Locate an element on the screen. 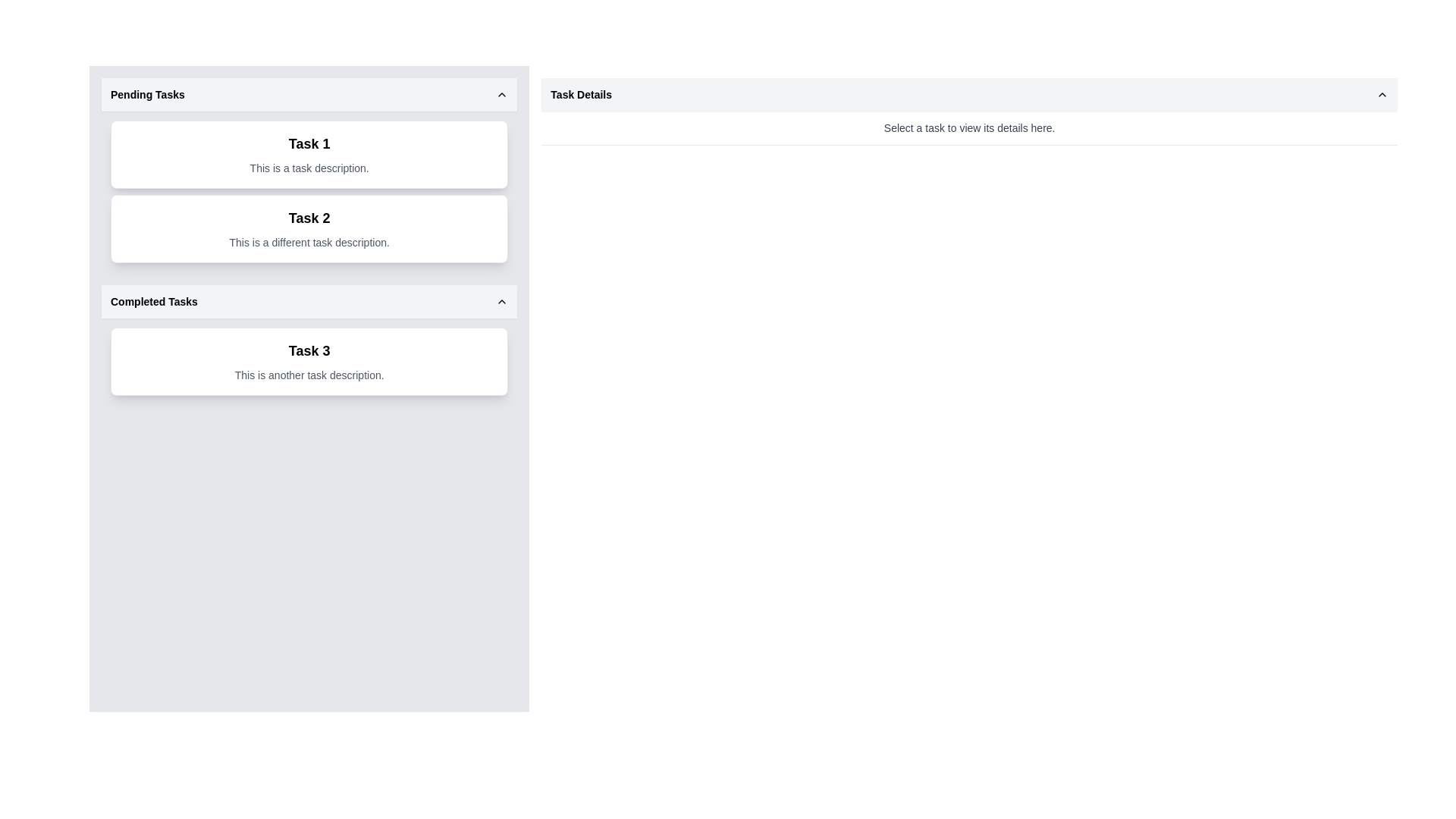 This screenshot has height=819, width=1456. the bold text label displaying 'Task 1' at the top of the task card in the 'Pending Tasks' section is located at coordinates (309, 143).